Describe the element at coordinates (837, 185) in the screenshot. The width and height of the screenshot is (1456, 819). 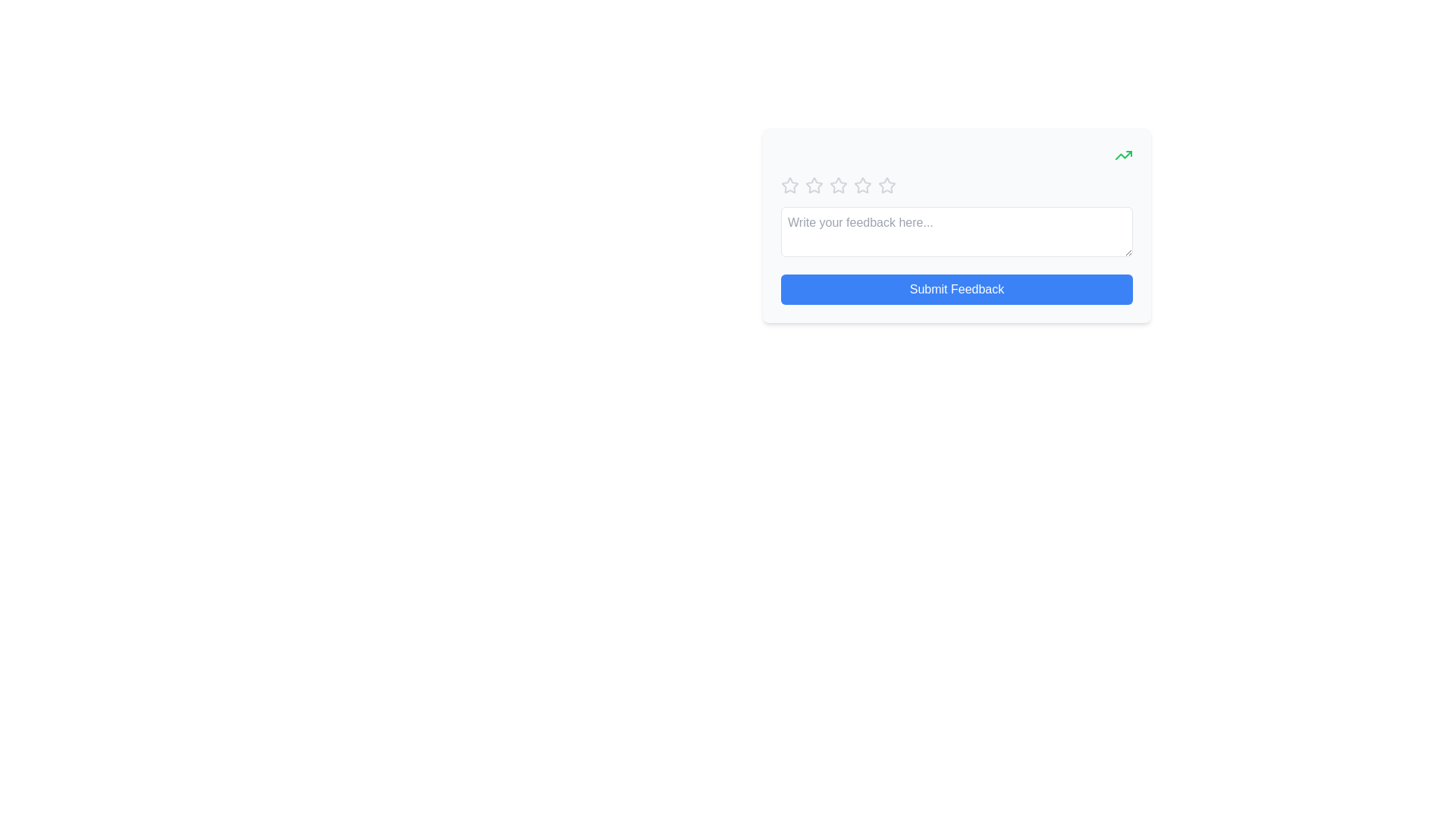
I see `the second star-shaped icon in the rating component, which is styled as an outlined drawing with thin strokes and rounded edges, located near the top portion of the feedback form` at that location.